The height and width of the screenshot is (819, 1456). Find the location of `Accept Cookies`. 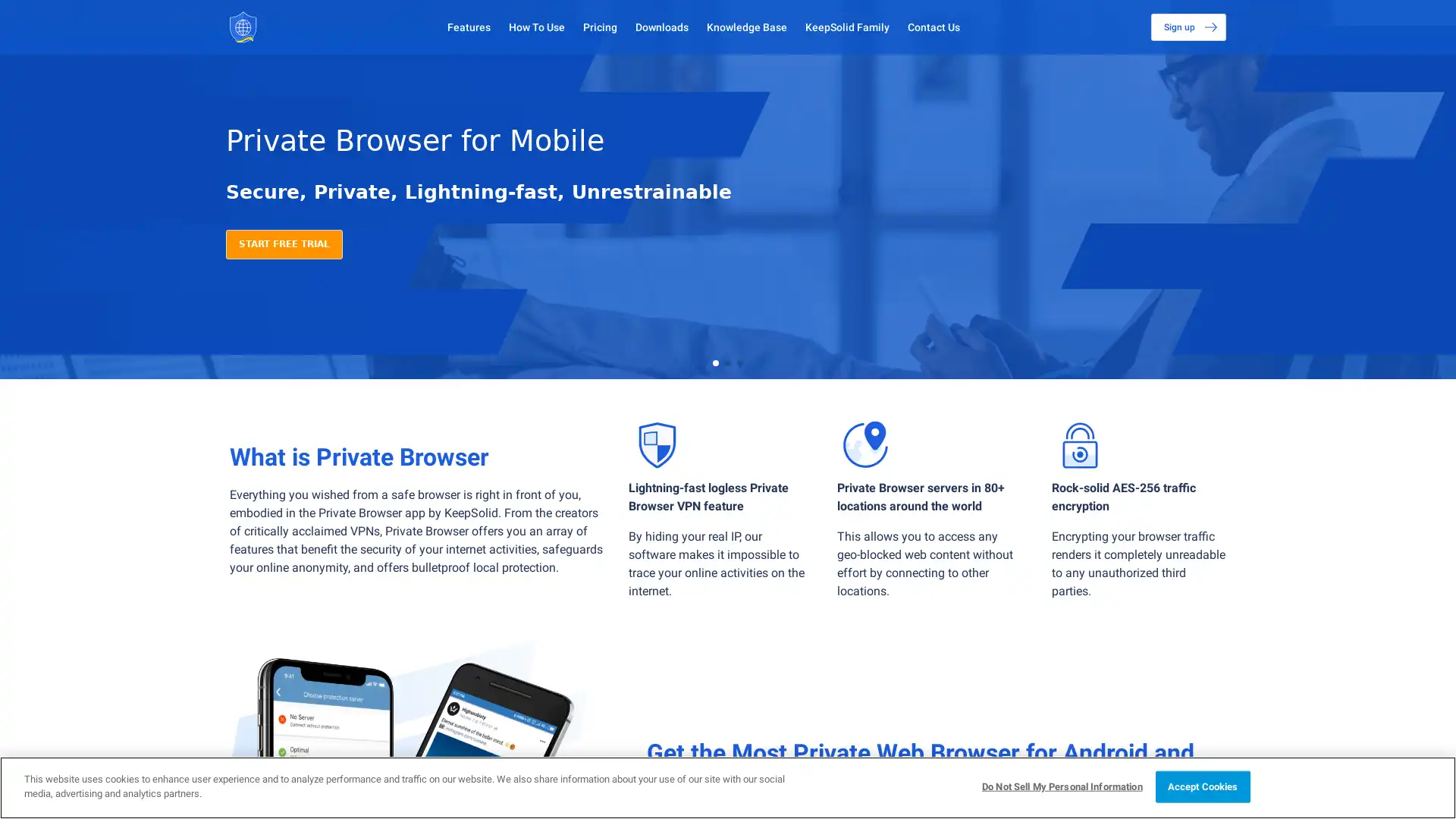

Accept Cookies is located at coordinates (1201, 786).